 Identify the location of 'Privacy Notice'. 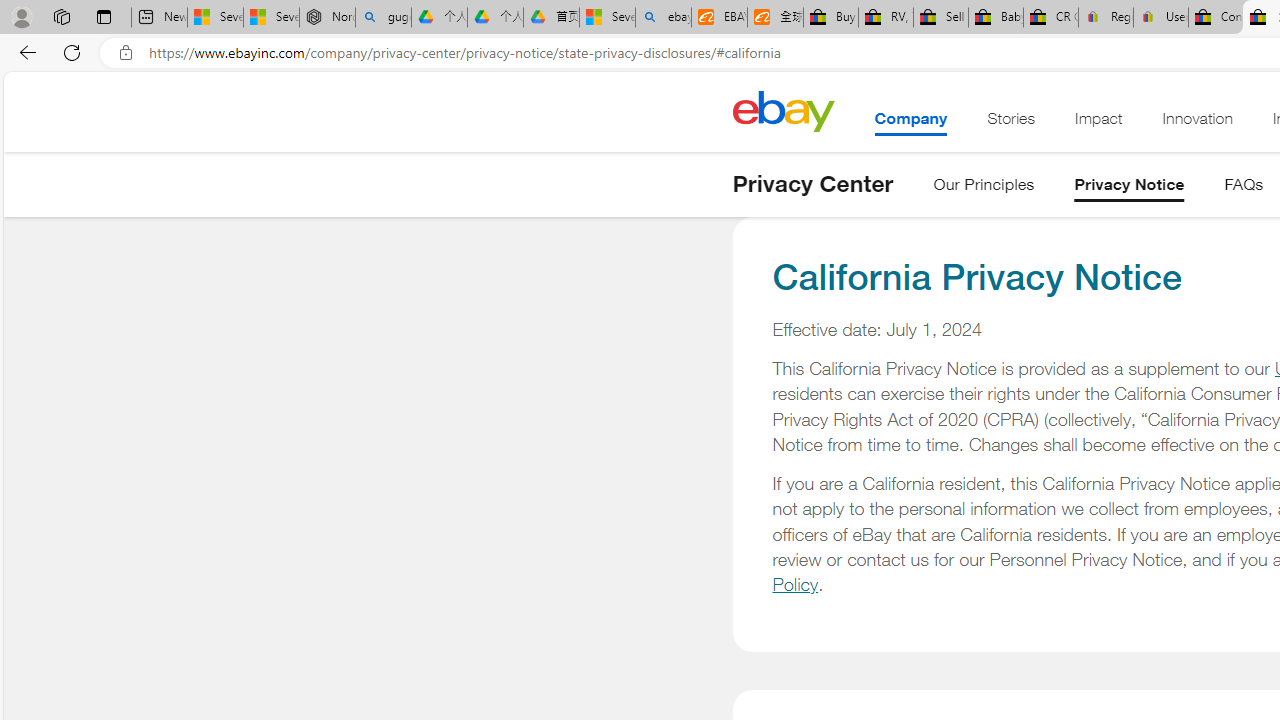
(1129, 188).